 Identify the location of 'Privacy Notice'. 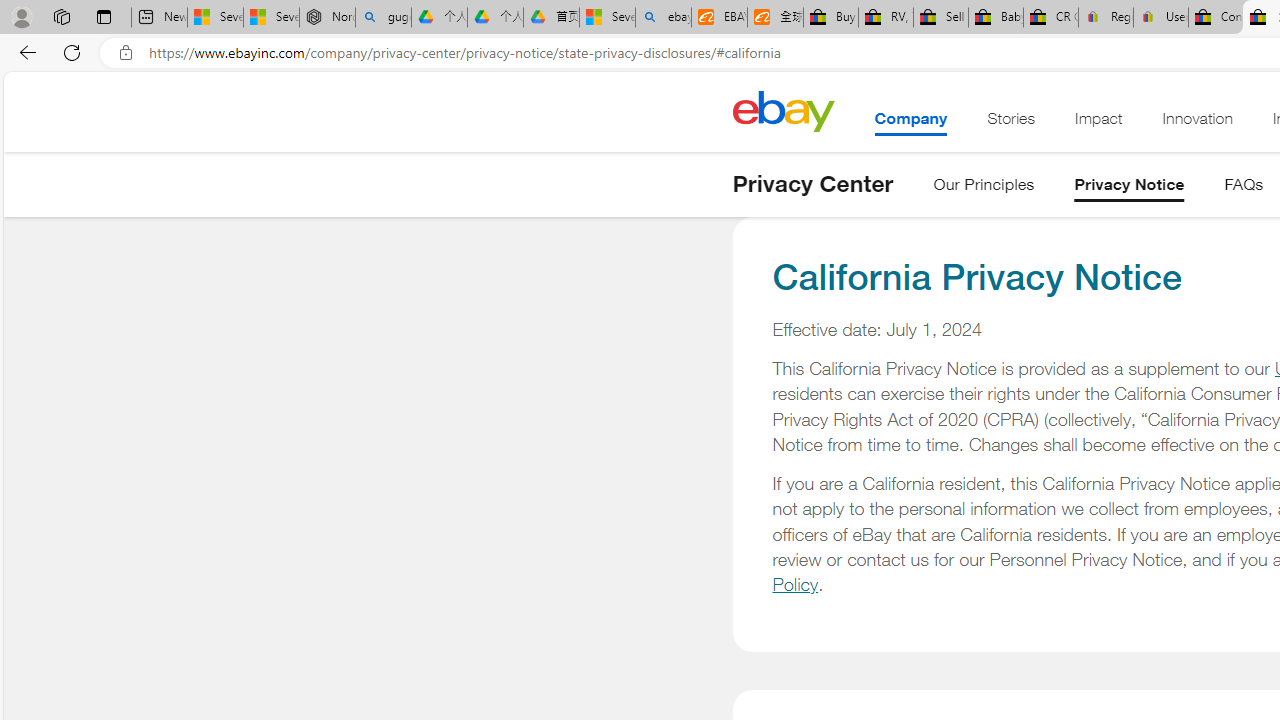
(1129, 188).